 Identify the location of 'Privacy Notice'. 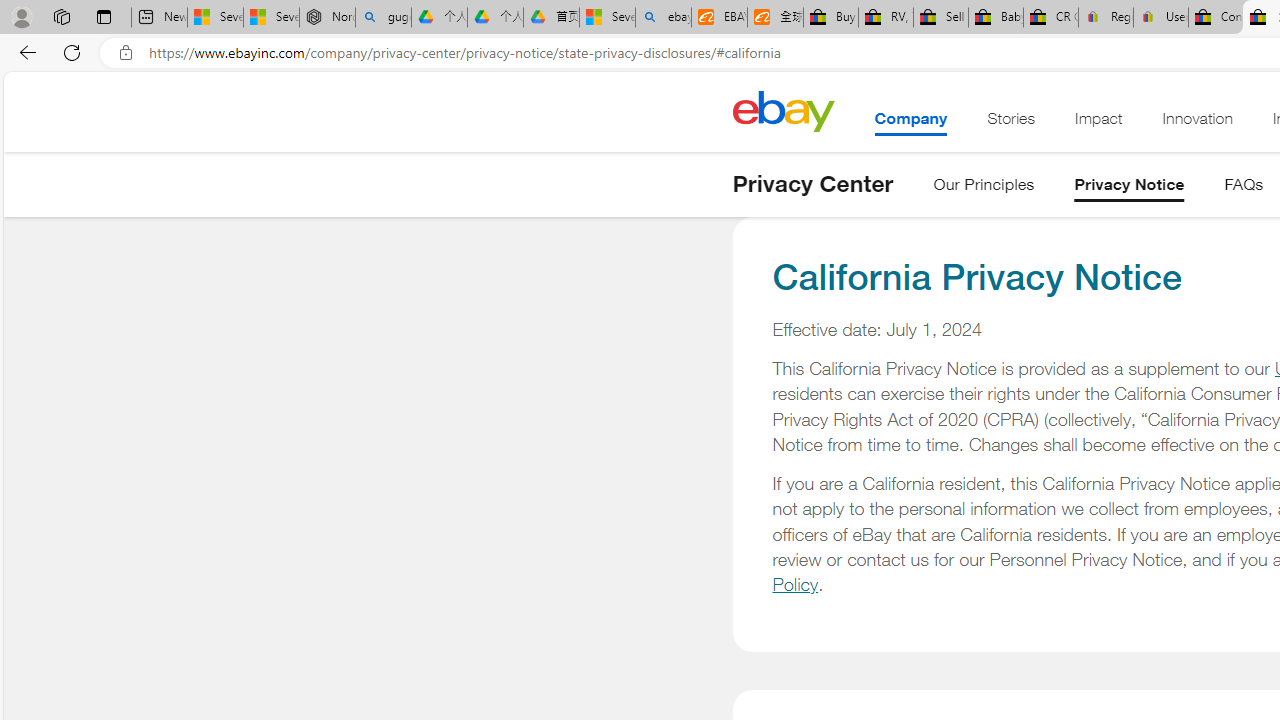
(1129, 188).